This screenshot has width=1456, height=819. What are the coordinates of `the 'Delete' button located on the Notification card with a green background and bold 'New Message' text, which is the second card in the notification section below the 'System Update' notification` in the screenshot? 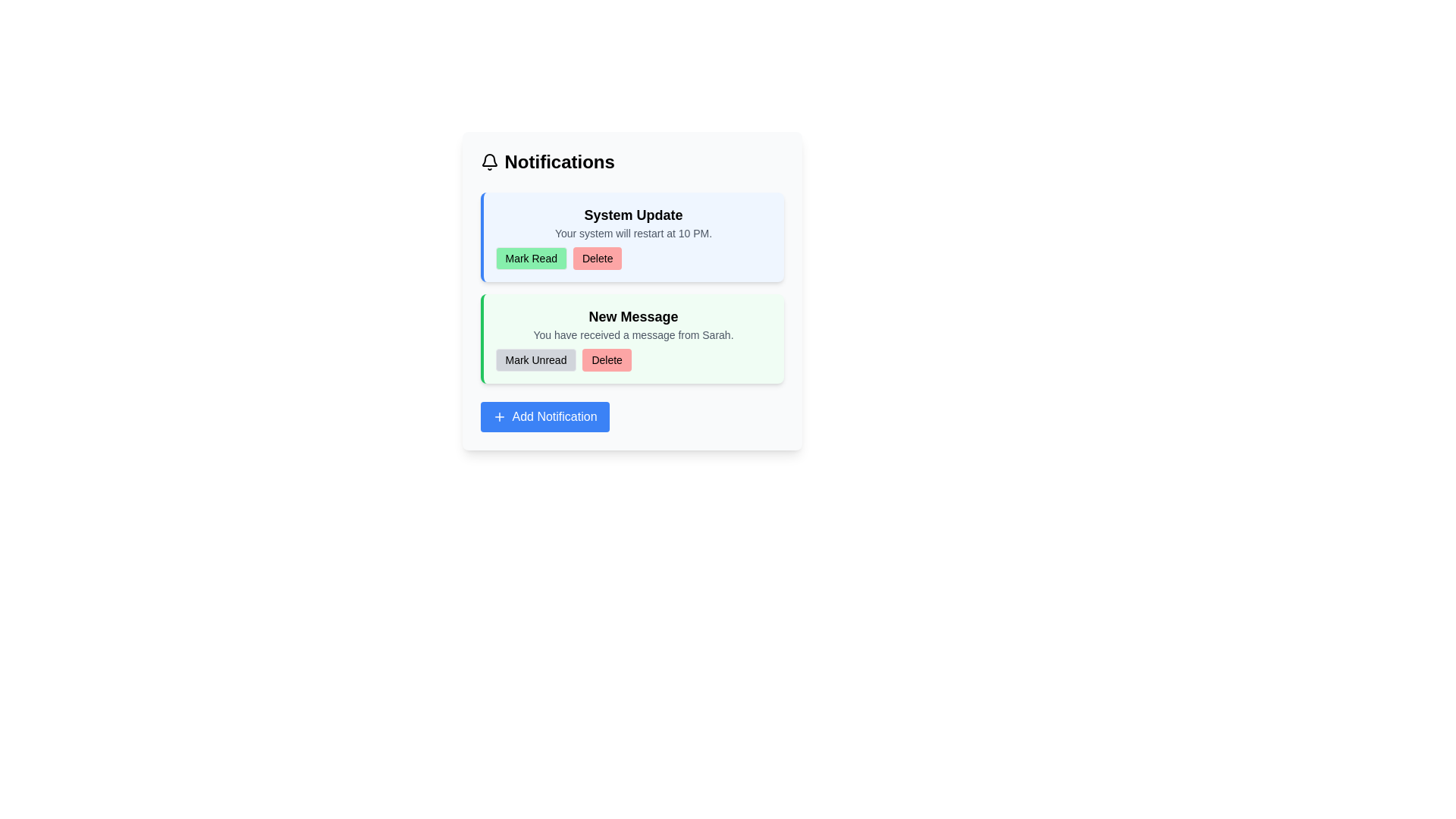 It's located at (632, 338).